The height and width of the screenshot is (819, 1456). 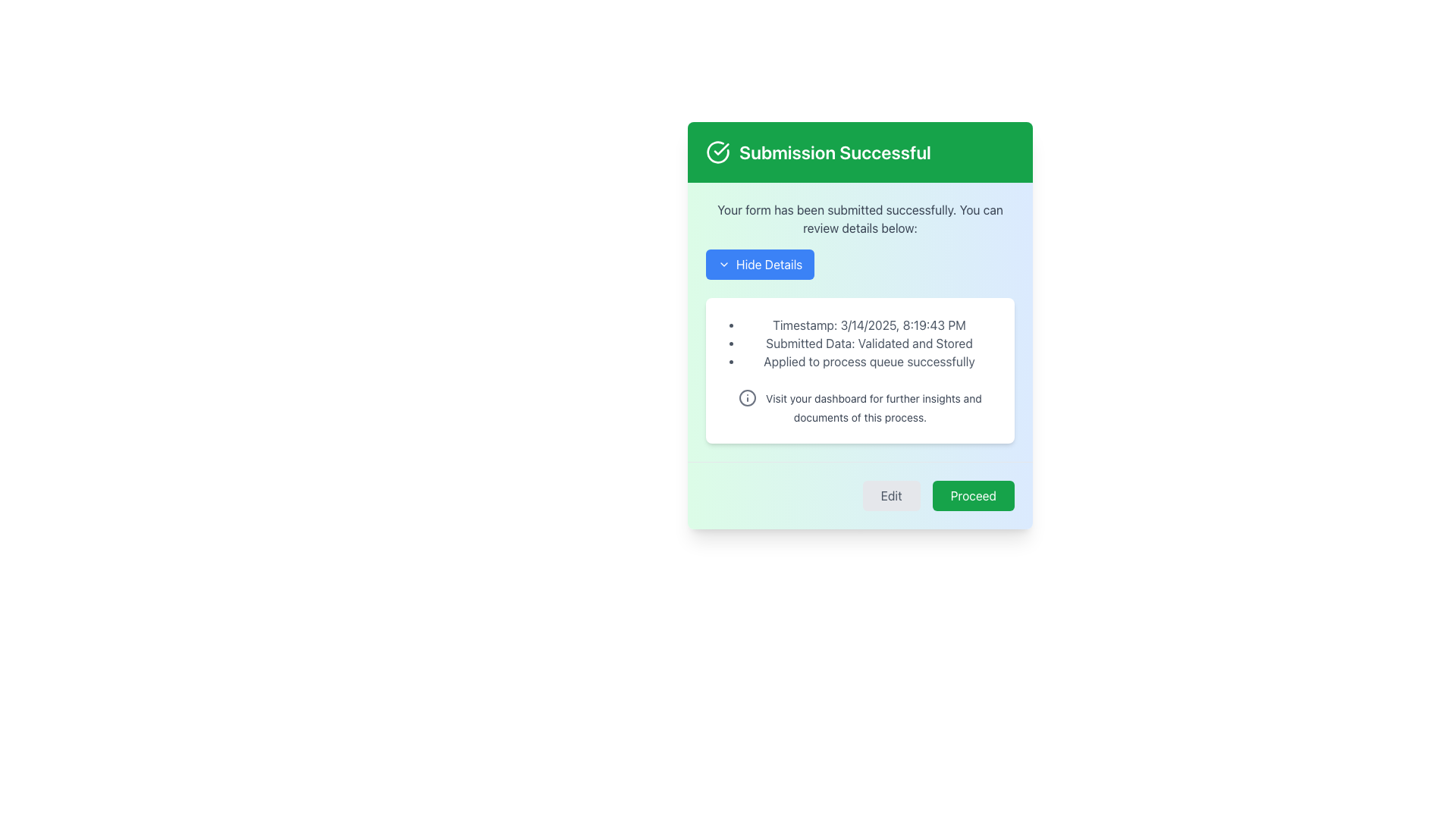 What do you see at coordinates (869, 343) in the screenshot?
I see `the text label element that reads 'Submitted Data: Validated and Stored', which is the second item in a vertically aligned bulleted list within the 'Submission Successful' dialog box` at bounding box center [869, 343].